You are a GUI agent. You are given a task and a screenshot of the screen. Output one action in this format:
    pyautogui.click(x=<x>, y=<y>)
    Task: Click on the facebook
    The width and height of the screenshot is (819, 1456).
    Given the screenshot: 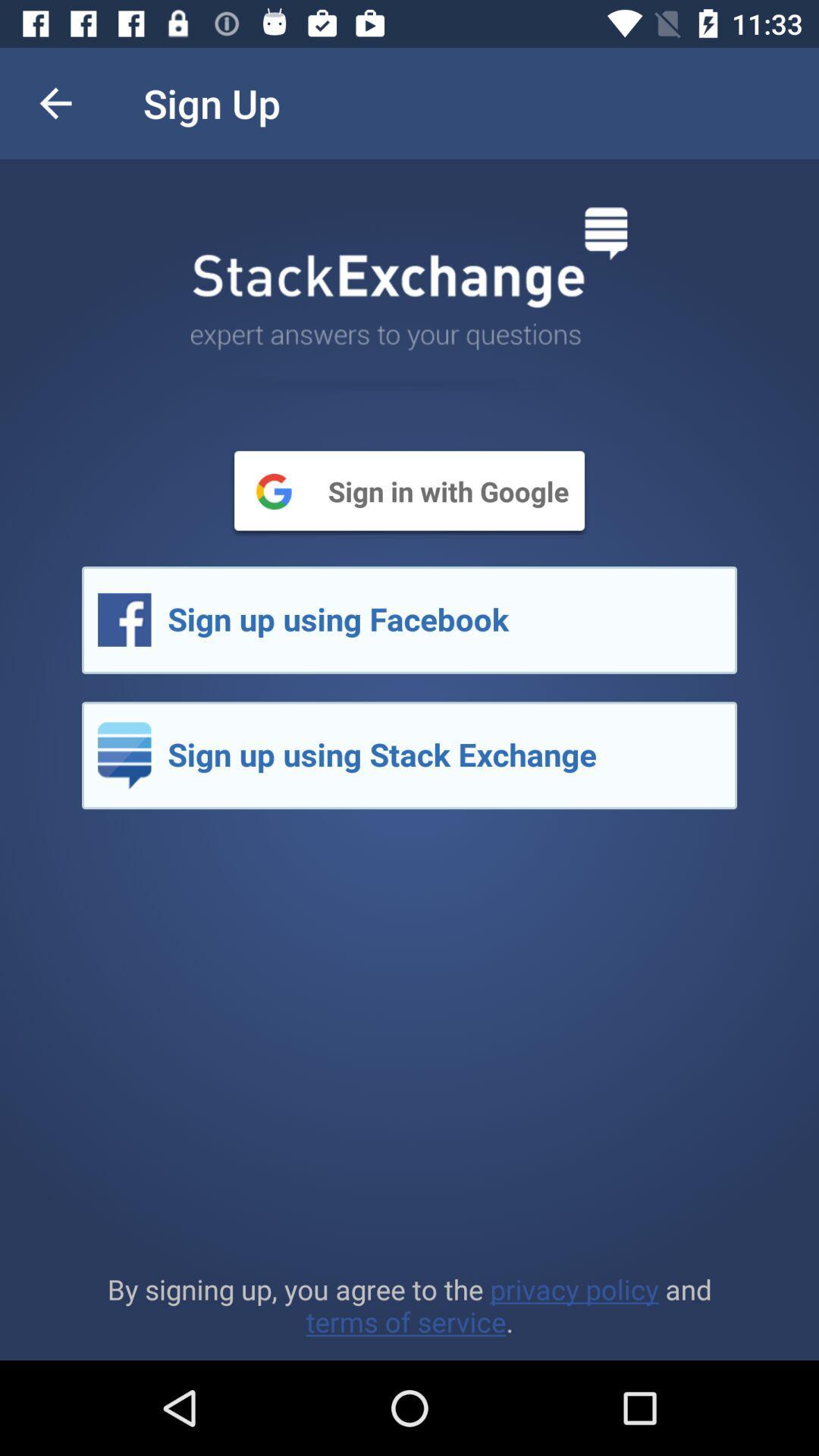 What is the action you would take?
    pyautogui.click(x=409, y=620)
    